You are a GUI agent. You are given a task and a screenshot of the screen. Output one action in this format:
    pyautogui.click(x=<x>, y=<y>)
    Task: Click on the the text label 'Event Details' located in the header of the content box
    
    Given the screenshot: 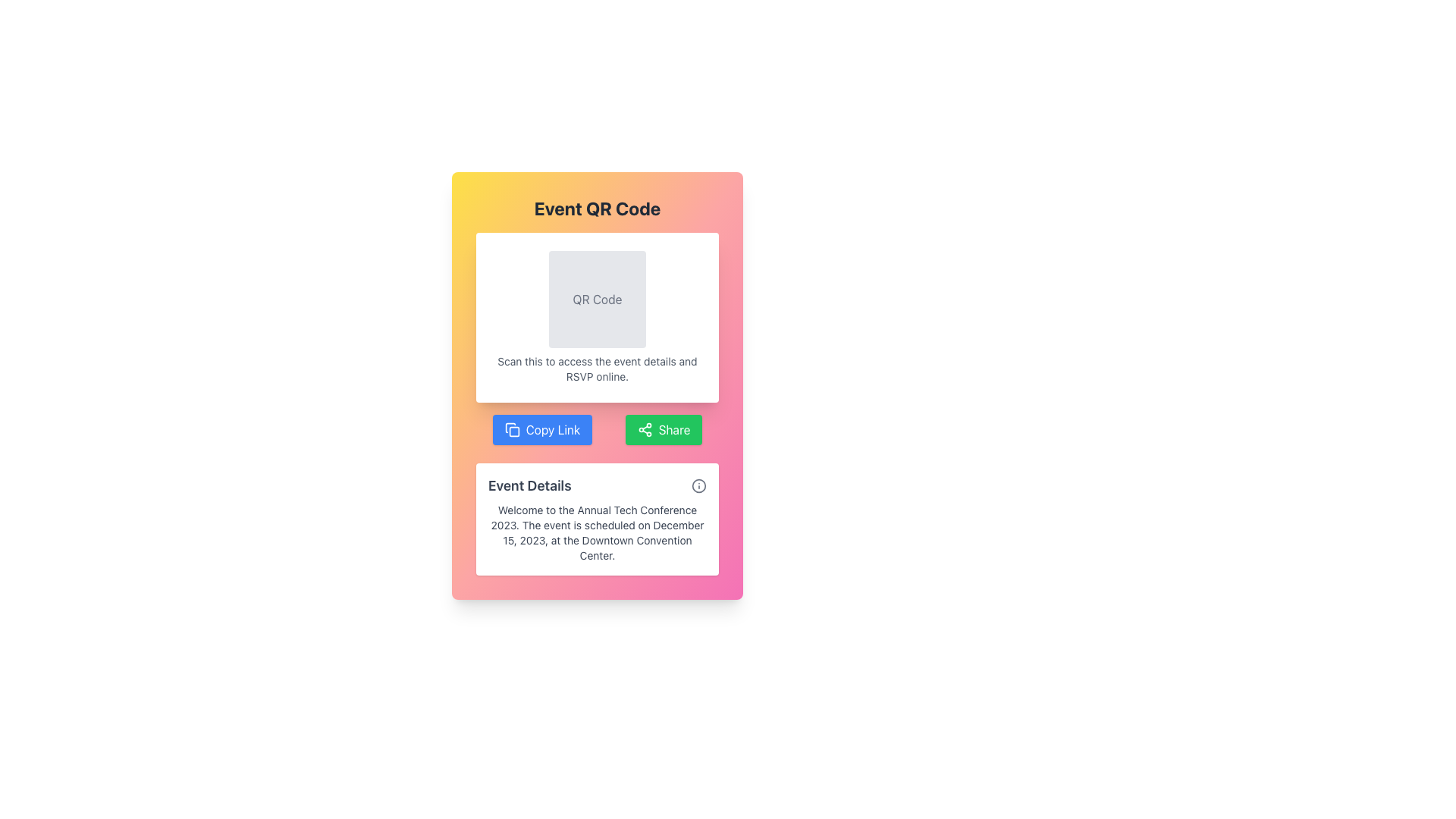 What is the action you would take?
    pyautogui.click(x=529, y=485)
    